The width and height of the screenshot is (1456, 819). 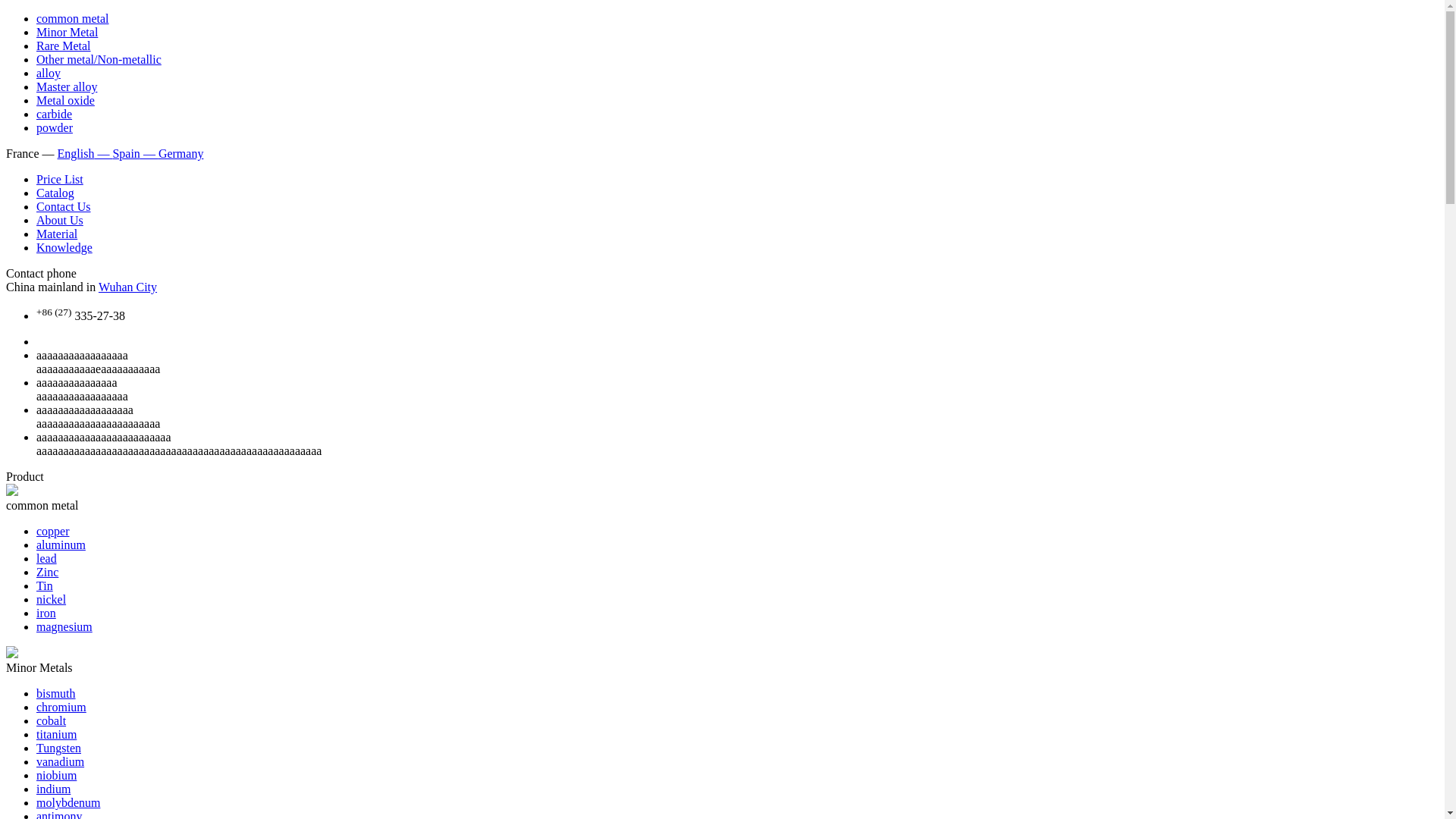 What do you see at coordinates (56, 733) in the screenshot?
I see `'titanium'` at bounding box center [56, 733].